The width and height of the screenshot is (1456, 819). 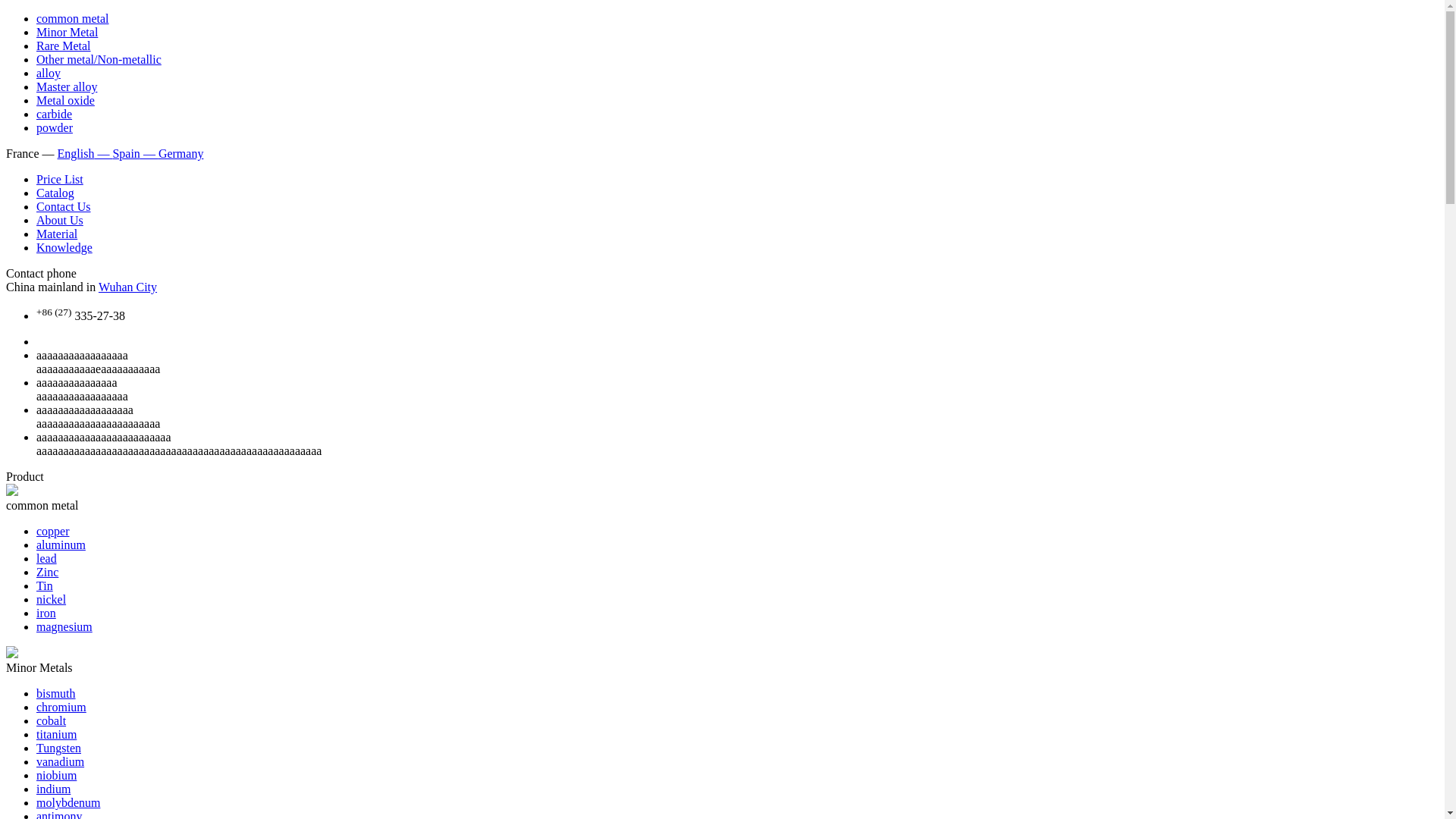 What do you see at coordinates (56, 733) in the screenshot?
I see `'titanium'` at bounding box center [56, 733].